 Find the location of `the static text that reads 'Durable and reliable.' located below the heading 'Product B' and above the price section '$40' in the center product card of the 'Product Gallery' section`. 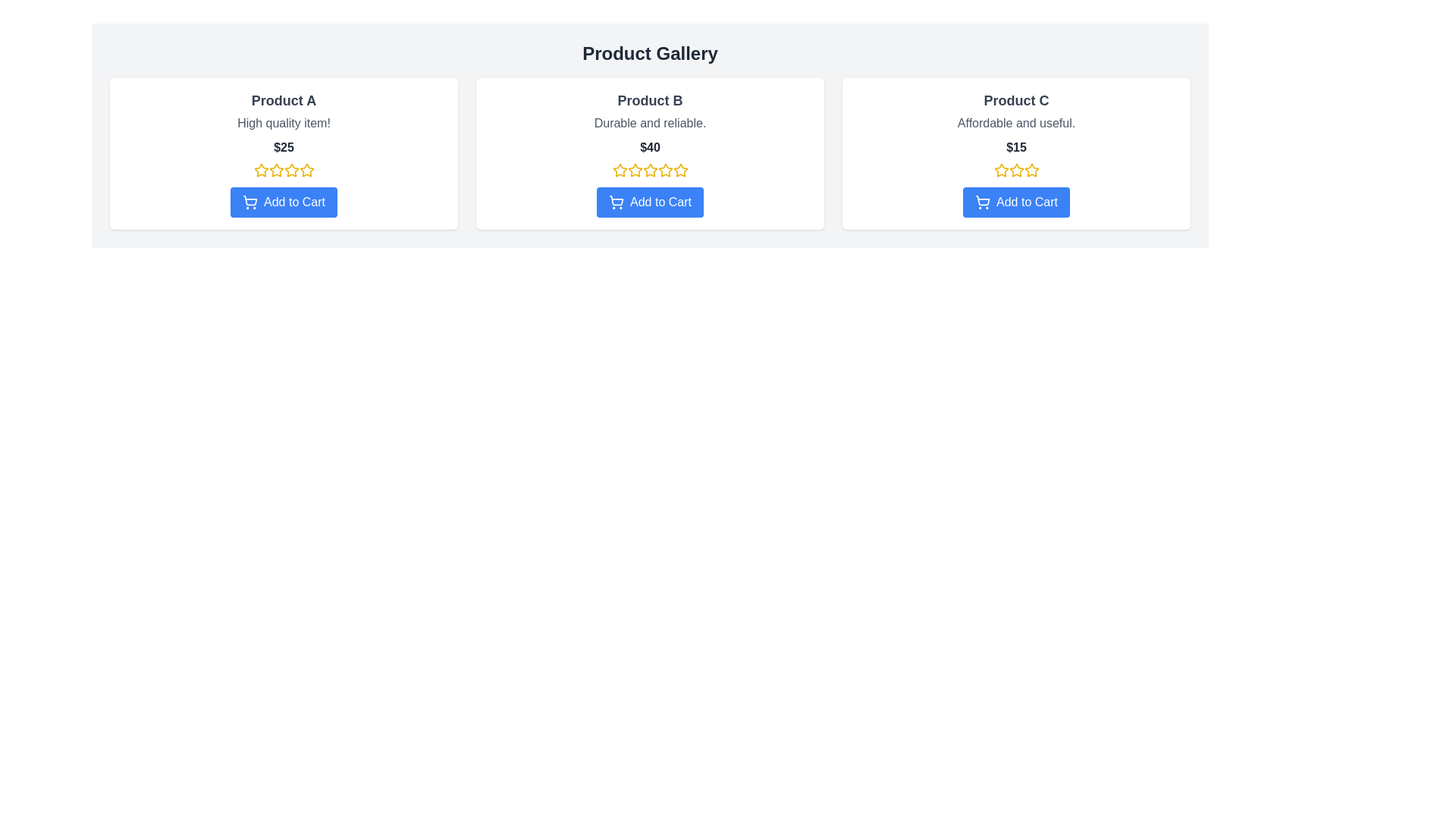

the static text that reads 'Durable and reliable.' located below the heading 'Product B' and above the price section '$40' in the center product card of the 'Product Gallery' section is located at coordinates (650, 122).